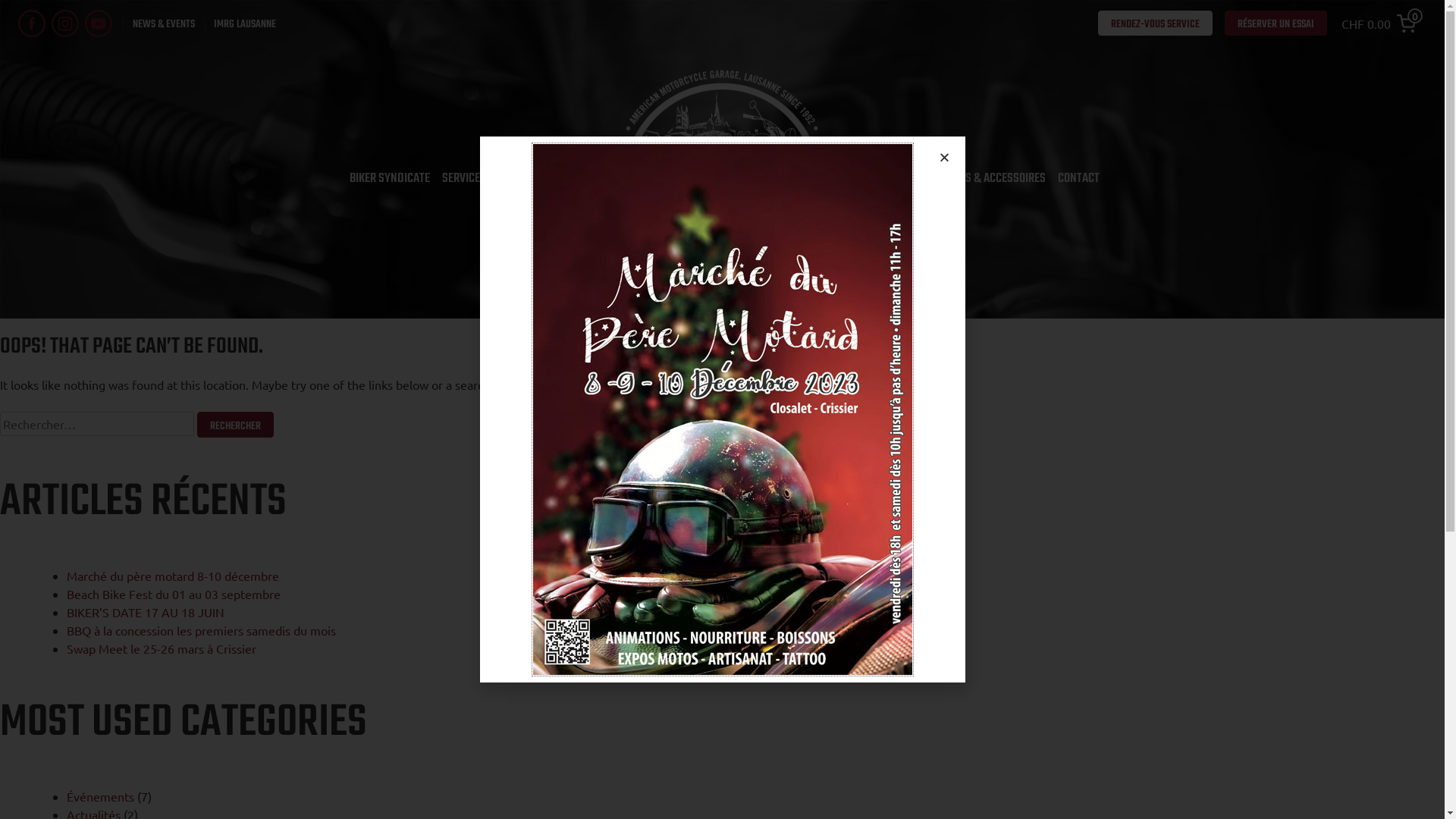  I want to click on 'NEWS & EVENTS', so click(158, 24).